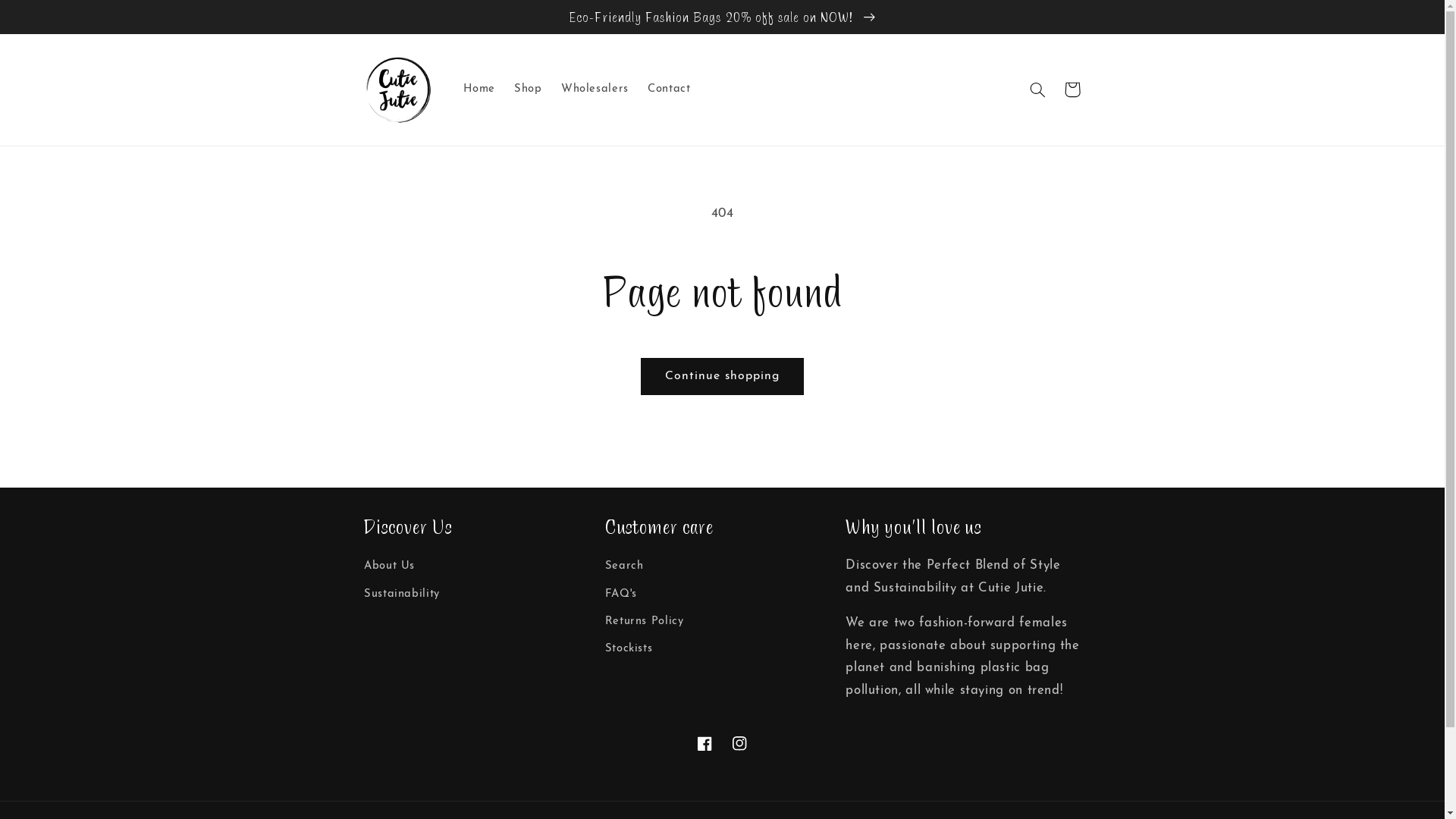 This screenshot has height=819, width=1456. I want to click on 'Returns Policy', so click(604, 622).